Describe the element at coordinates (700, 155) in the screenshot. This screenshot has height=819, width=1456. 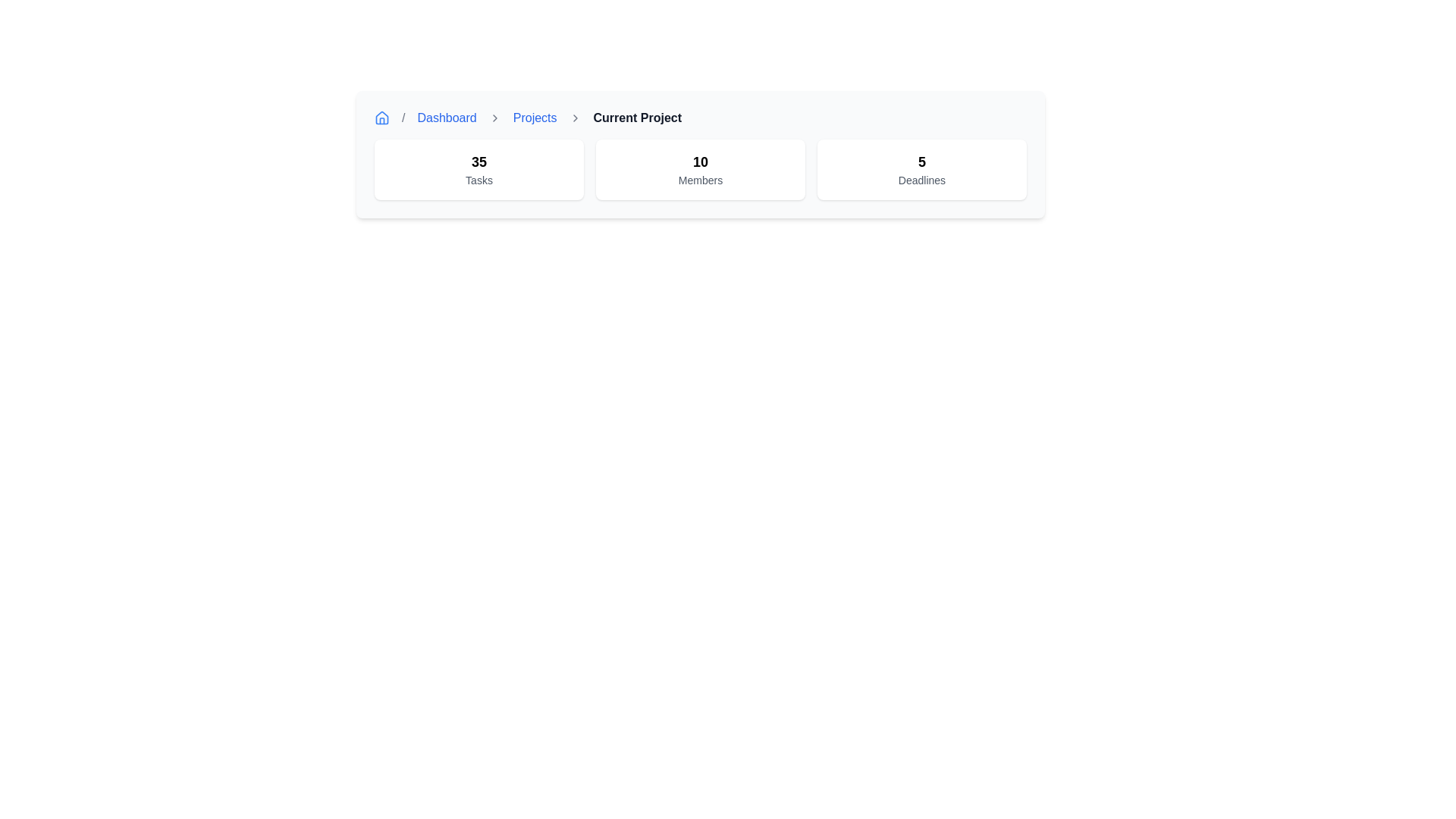
I see `Informational Label Card displaying the summary count of members involved in the 'Current Project', located in the middle section of the grid layout under the heading 'Current Project'` at that location.